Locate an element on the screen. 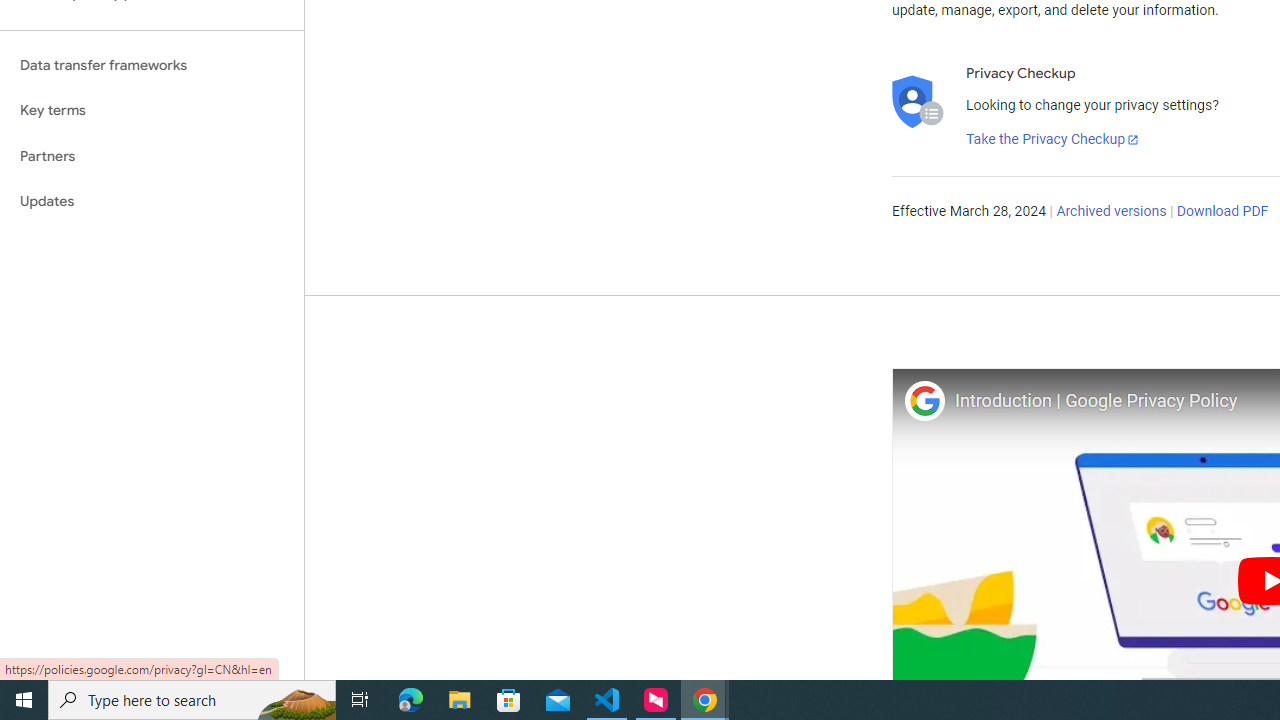 The image size is (1280, 720). 'Take the Privacy Checkup' is located at coordinates (1052, 139).